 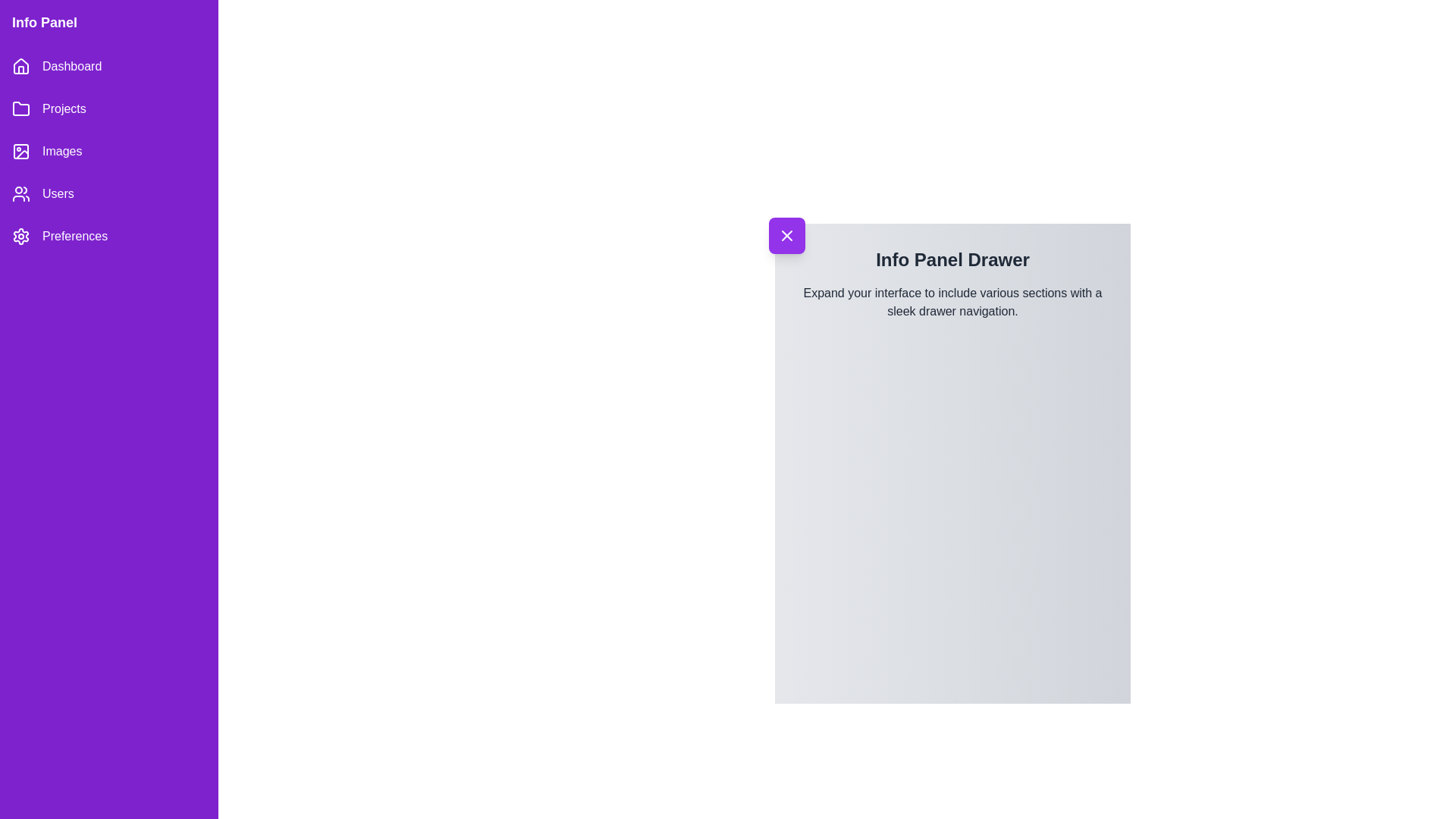 I want to click on the menu item Images to observe its hover effect, so click(x=108, y=152).